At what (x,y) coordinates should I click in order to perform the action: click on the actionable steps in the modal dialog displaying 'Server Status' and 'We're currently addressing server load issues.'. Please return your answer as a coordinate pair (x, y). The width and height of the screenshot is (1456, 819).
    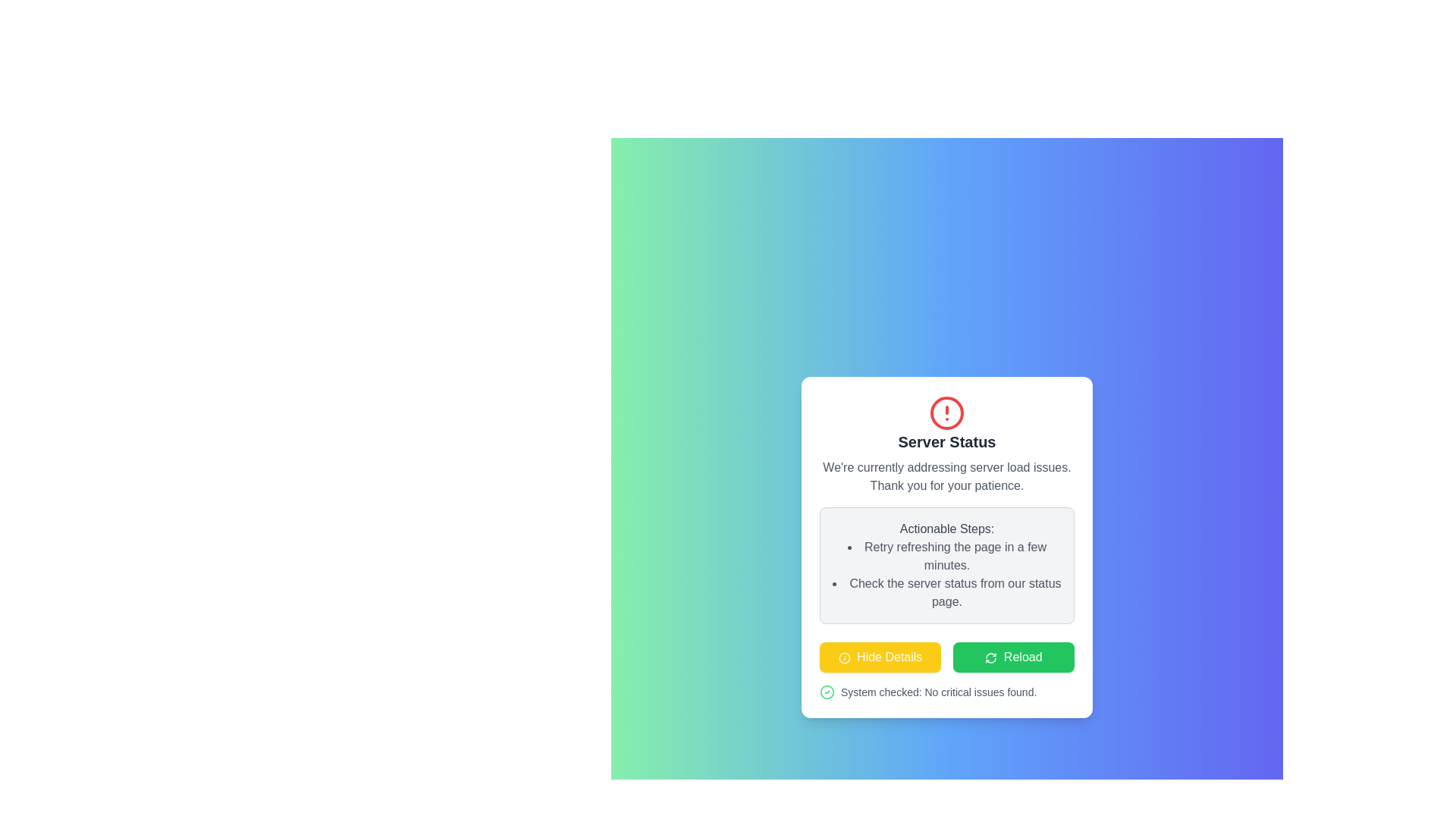
    Looking at the image, I should click on (946, 547).